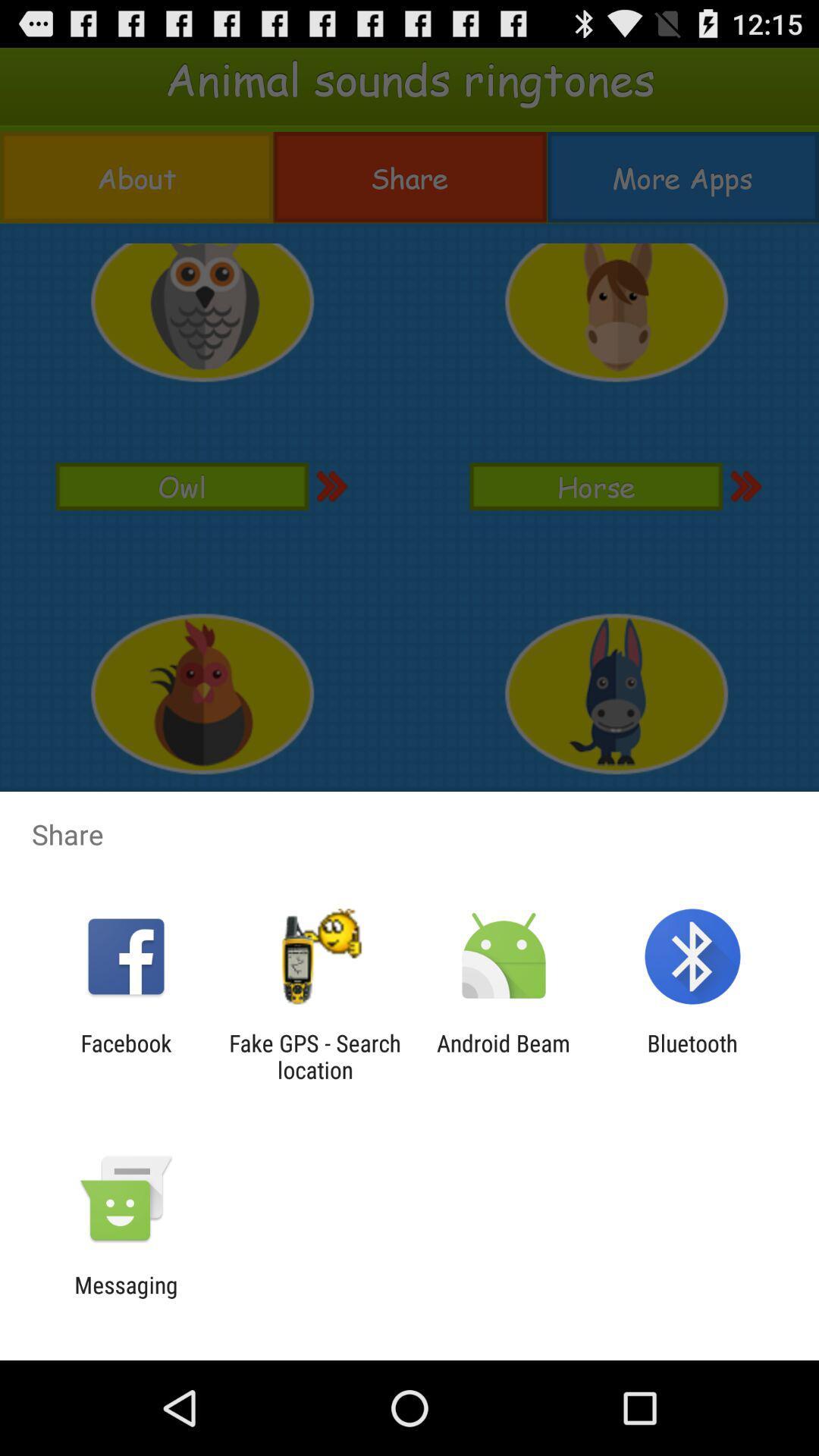  Describe the element at coordinates (314, 1056) in the screenshot. I see `the fake gps search app` at that location.